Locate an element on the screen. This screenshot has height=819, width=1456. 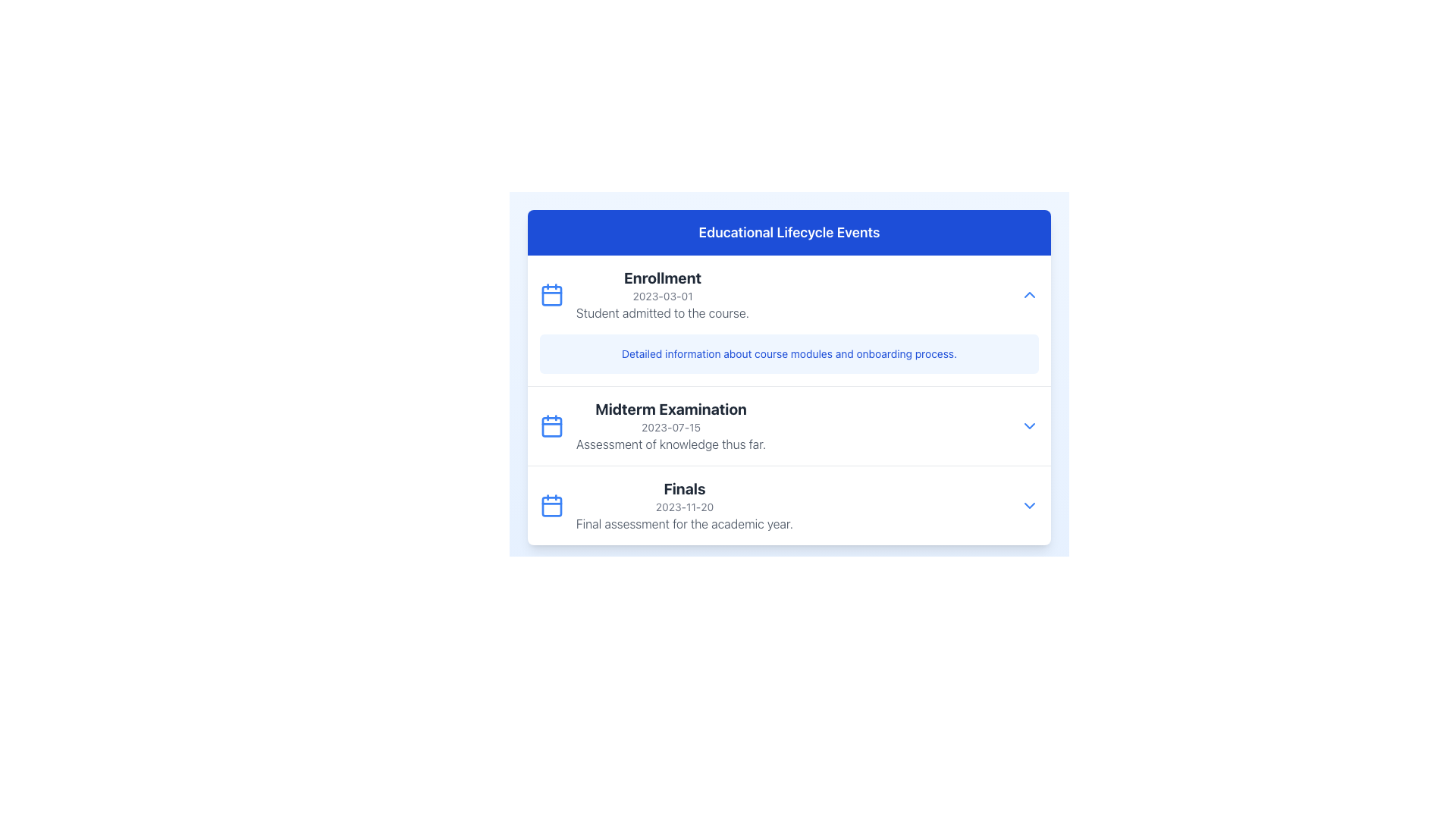
the static text providing additional information about the 'Enrollment' milestone in the educational lifecycle events timeline, located in the center-right section of the interface within the 'Educational Lifecycle Events' panel is located at coordinates (662, 312).